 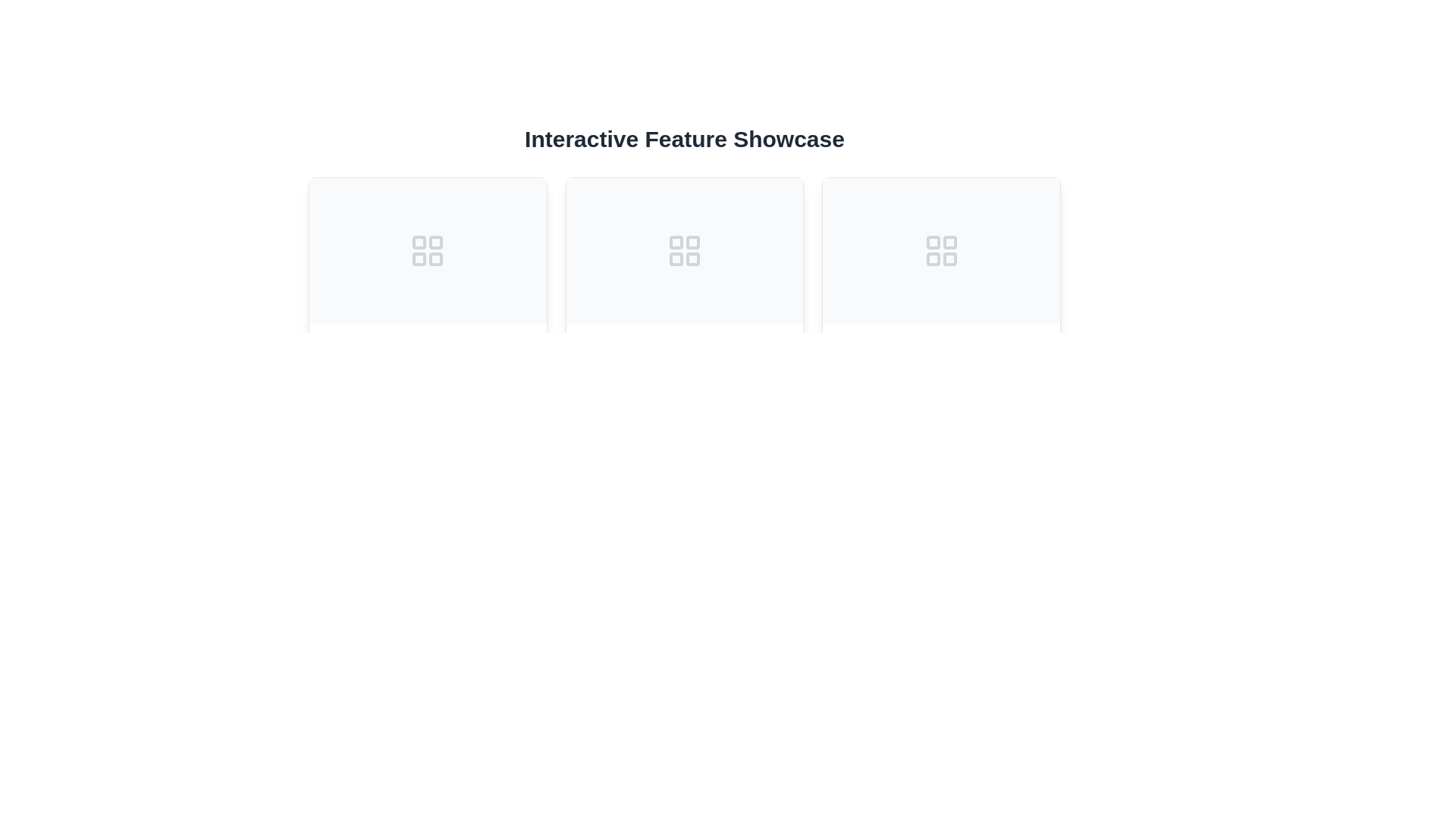 What do you see at coordinates (427, 315) in the screenshot?
I see `the first card in the grid layout, which has a white background, subtle gray border, and a shadow effect` at bounding box center [427, 315].